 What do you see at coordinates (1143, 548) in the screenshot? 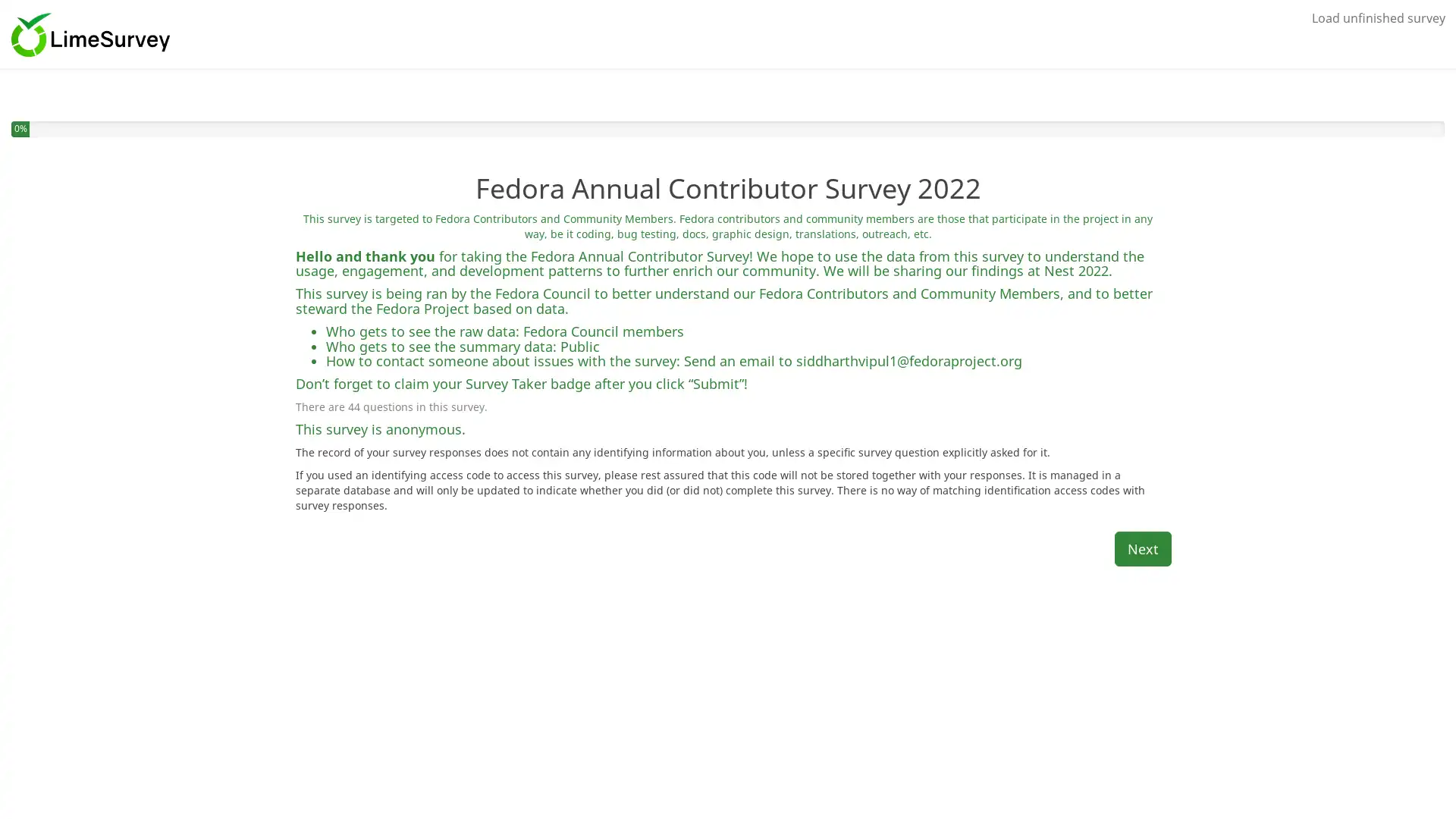
I see `Next` at bounding box center [1143, 548].